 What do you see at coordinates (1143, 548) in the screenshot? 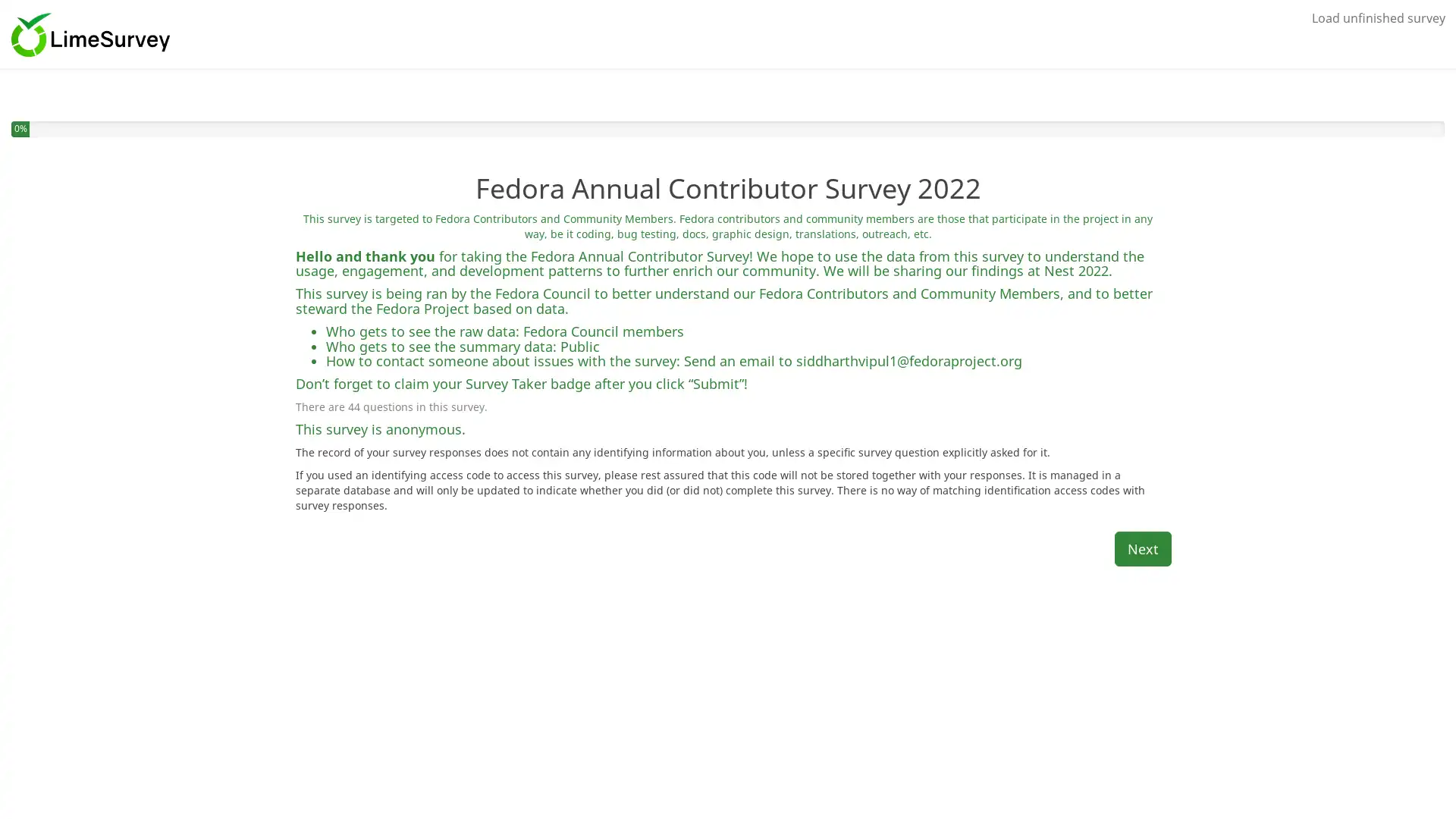
I see `Next` at bounding box center [1143, 548].